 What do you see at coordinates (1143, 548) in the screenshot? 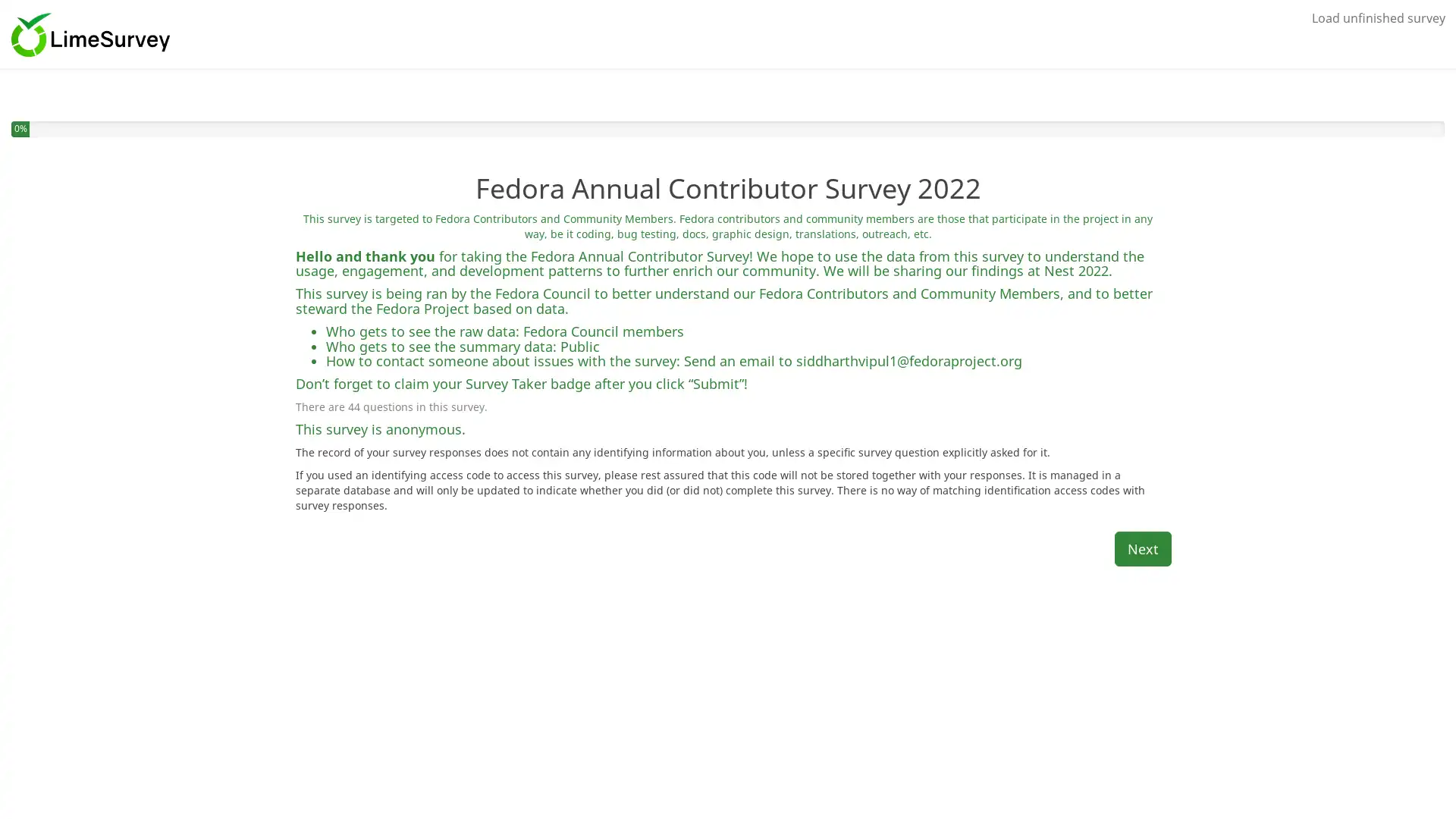
I see `Next` at bounding box center [1143, 548].